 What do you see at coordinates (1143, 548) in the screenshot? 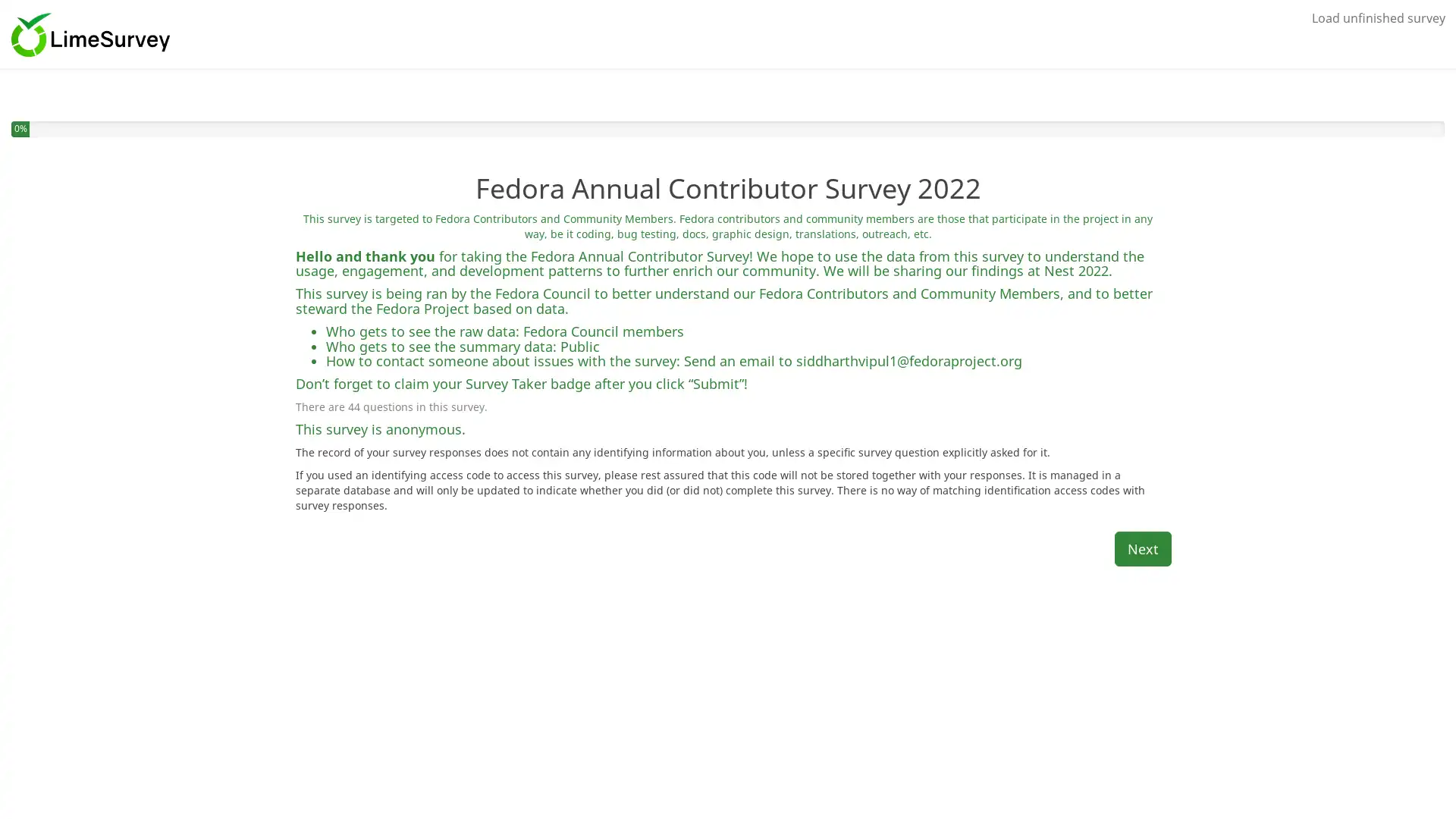
I see `Next` at bounding box center [1143, 548].